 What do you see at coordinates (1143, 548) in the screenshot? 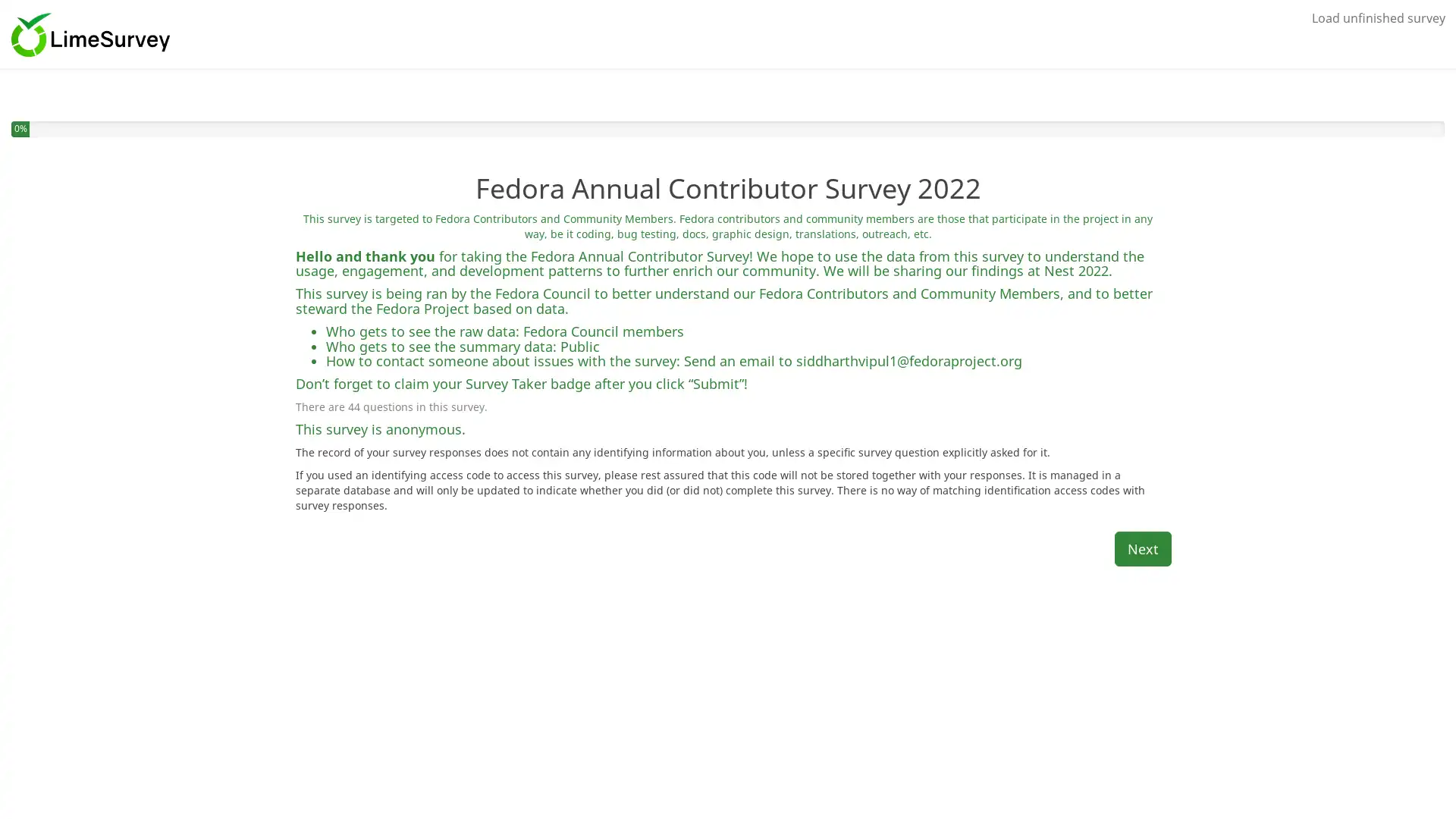
I see `Next` at bounding box center [1143, 548].